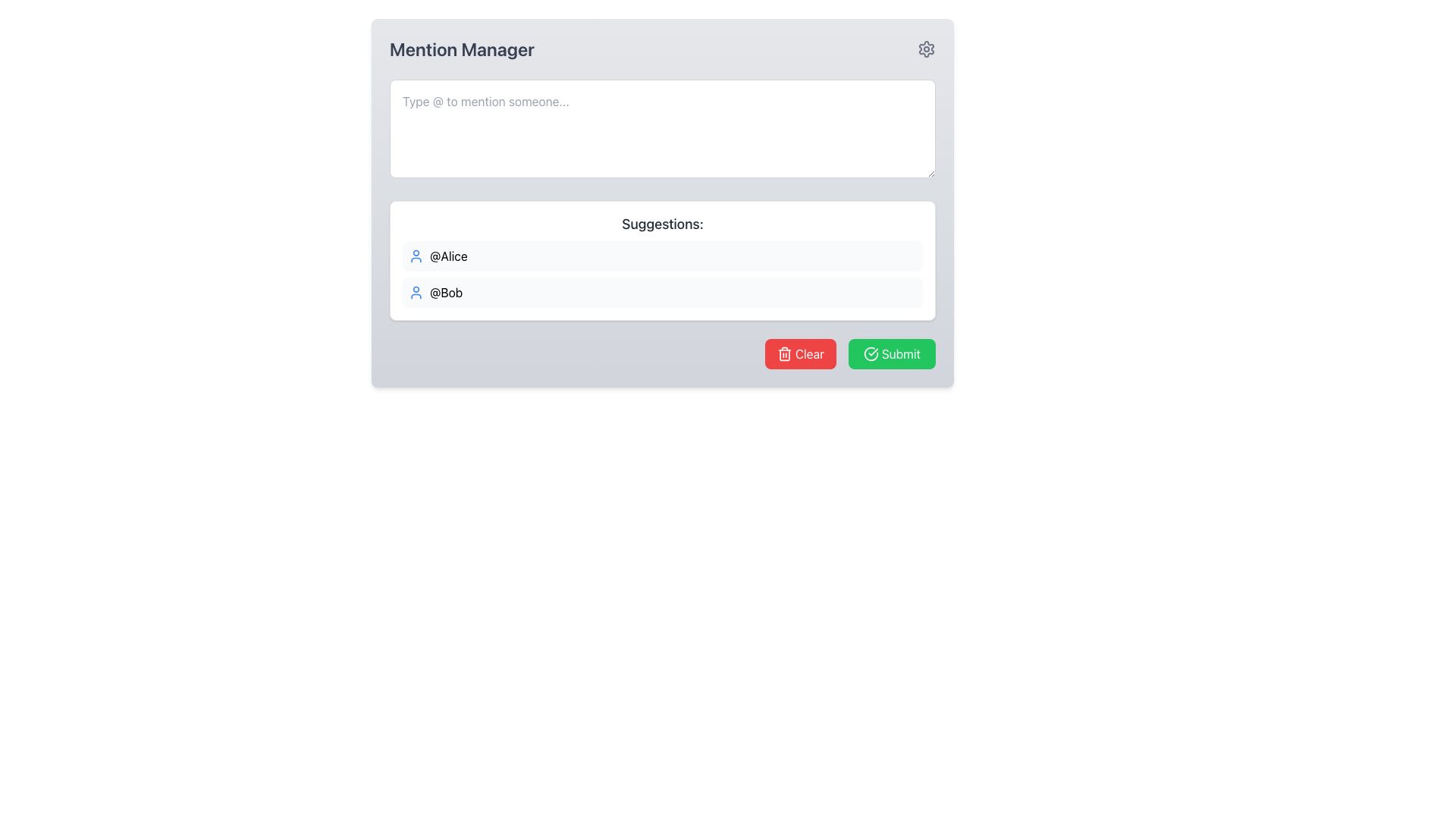 This screenshot has width=1456, height=819. Describe the element at coordinates (871, 353) in the screenshot. I see `the icon located at the leftmost part of the green 'Submit' button, which is adjacent to the text label 'Submit'` at that location.